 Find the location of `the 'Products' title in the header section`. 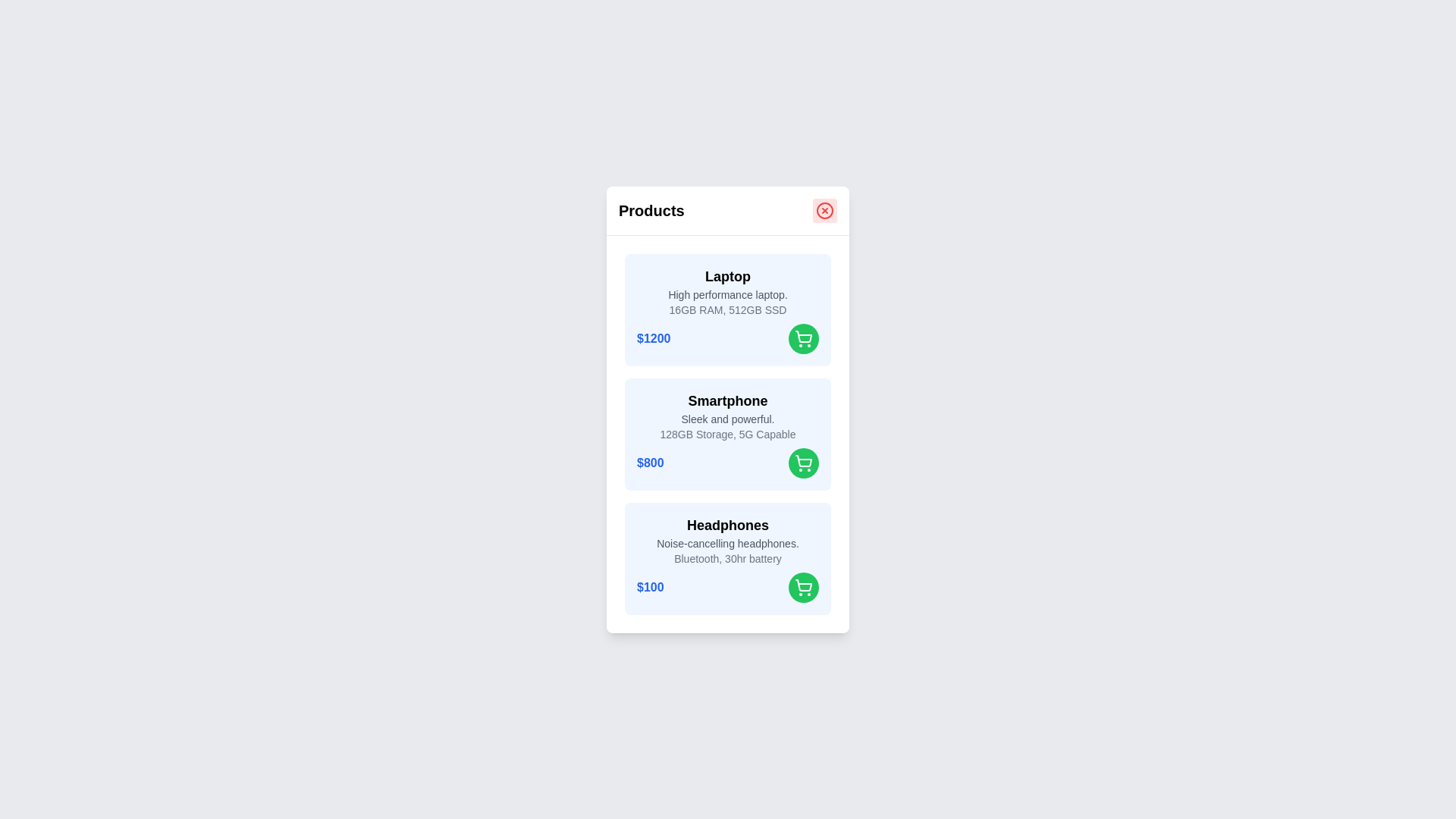

the 'Products' title in the header section is located at coordinates (651, 210).